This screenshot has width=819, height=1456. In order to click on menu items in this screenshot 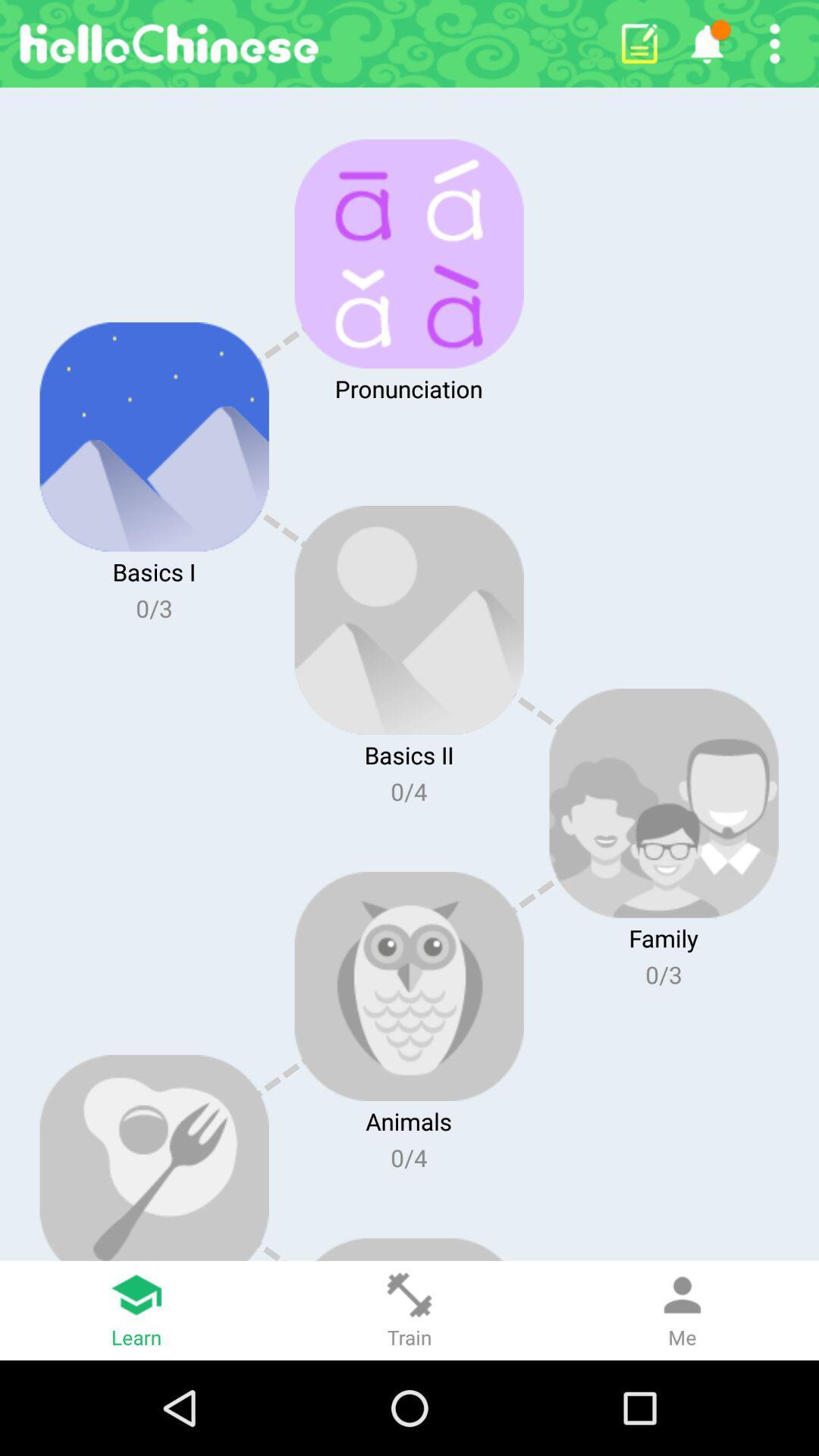, I will do `click(774, 43)`.